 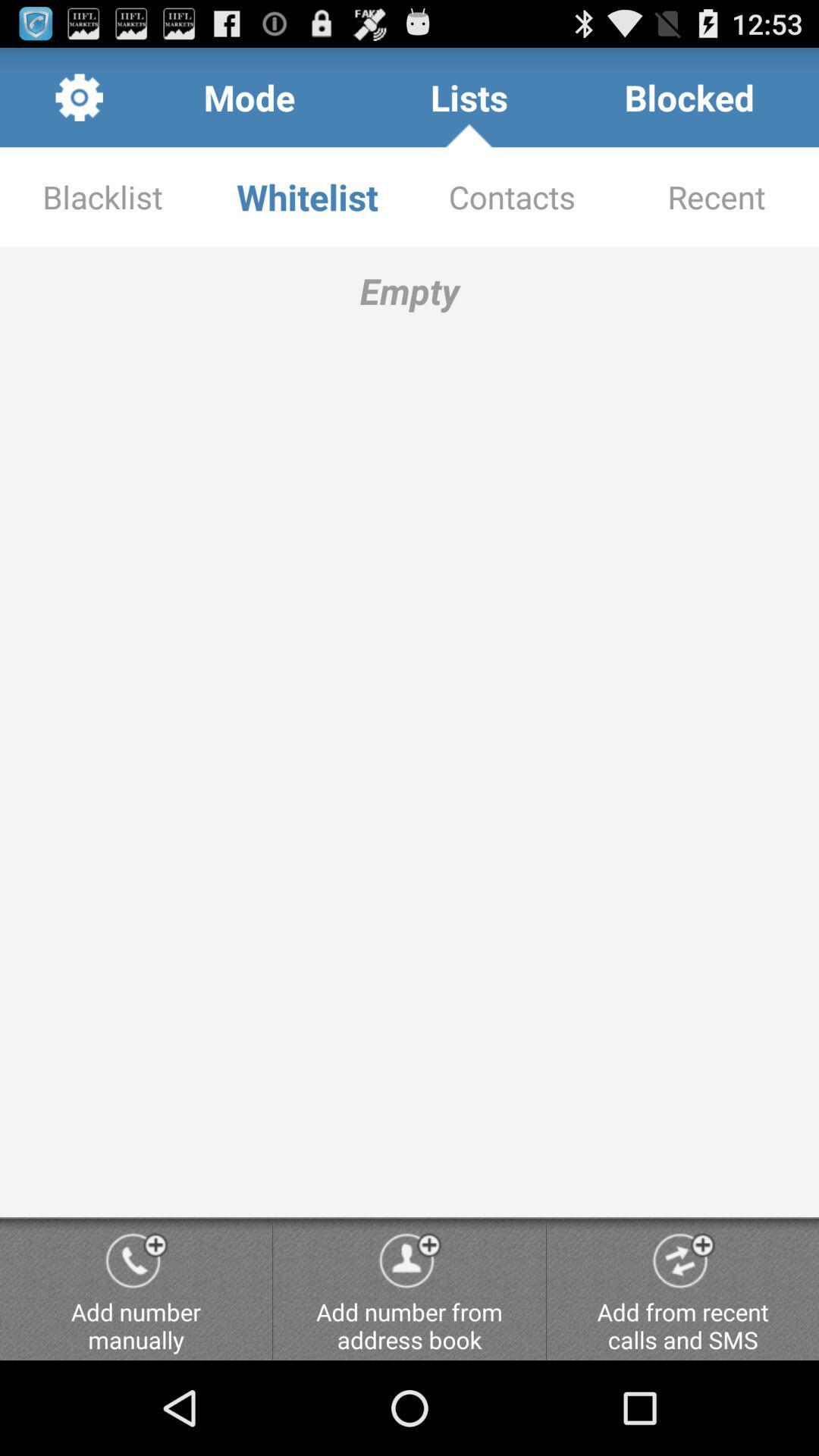 What do you see at coordinates (469, 96) in the screenshot?
I see `item next to the mode` at bounding box center [469, 96].